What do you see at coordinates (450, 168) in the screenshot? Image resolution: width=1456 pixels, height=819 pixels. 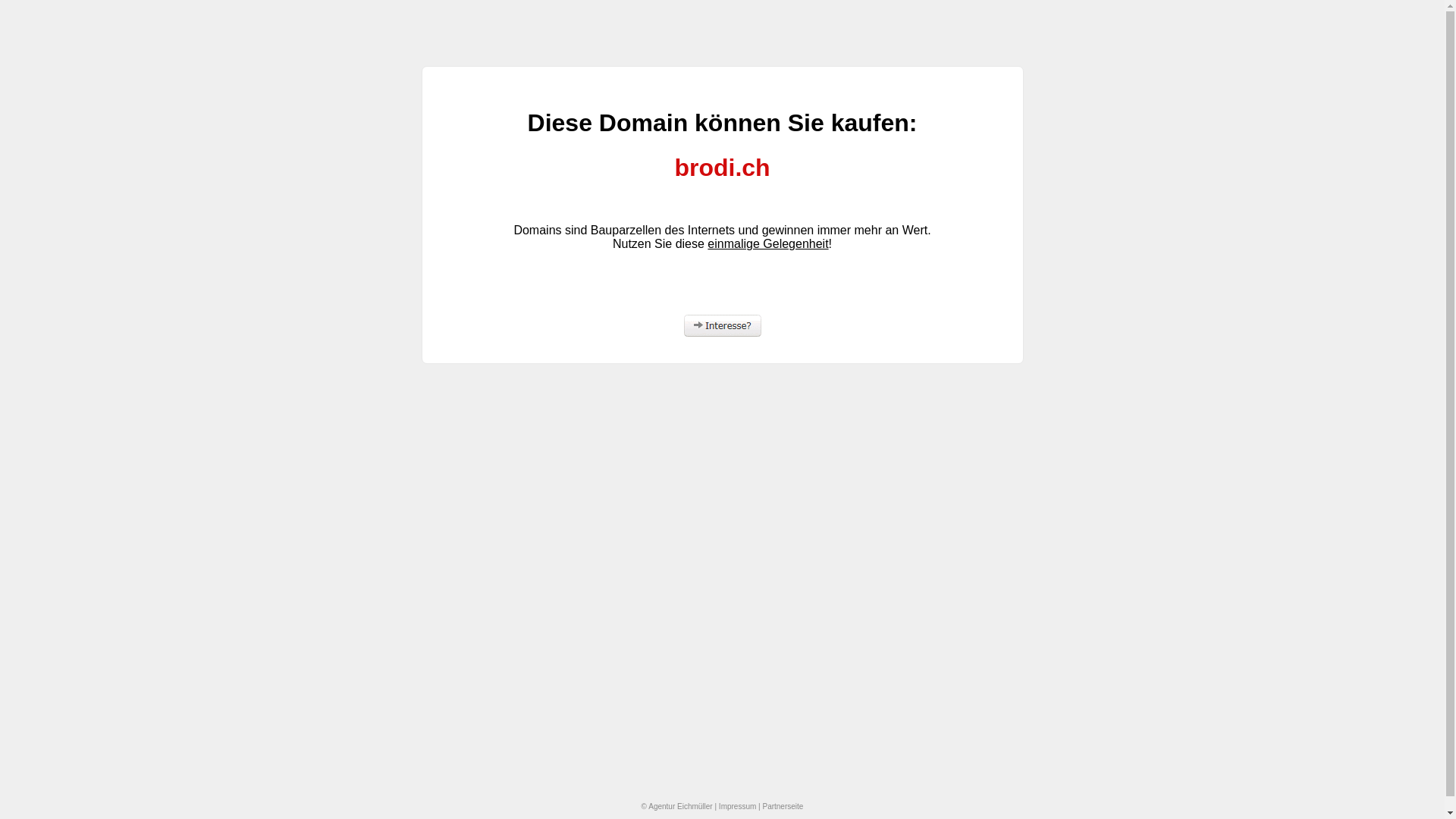 I see `'brodi.ch'` at bounding box center [450, 168].